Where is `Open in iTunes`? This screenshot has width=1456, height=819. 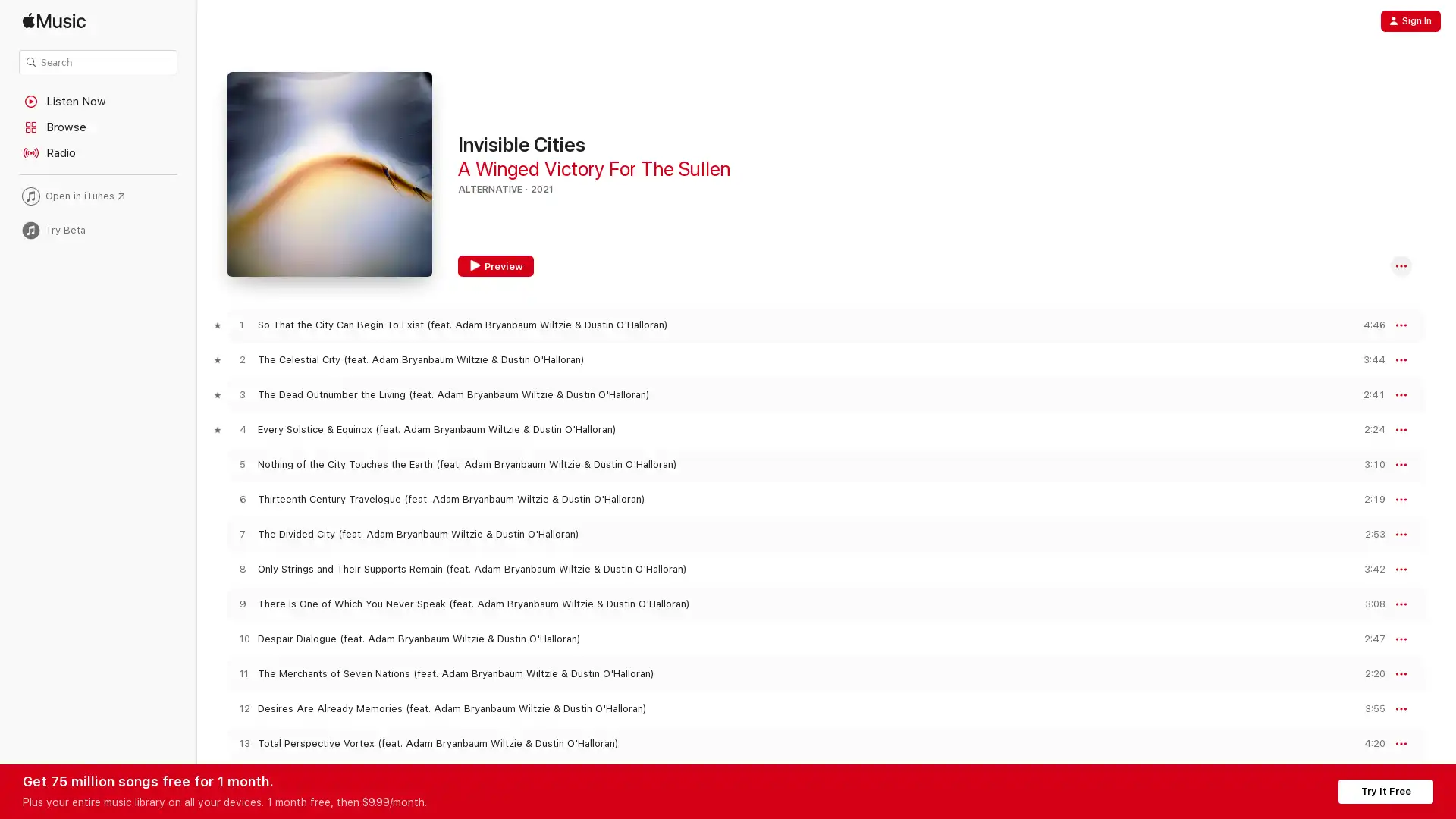 Open in iTunes is located at coordinates (97, 195).